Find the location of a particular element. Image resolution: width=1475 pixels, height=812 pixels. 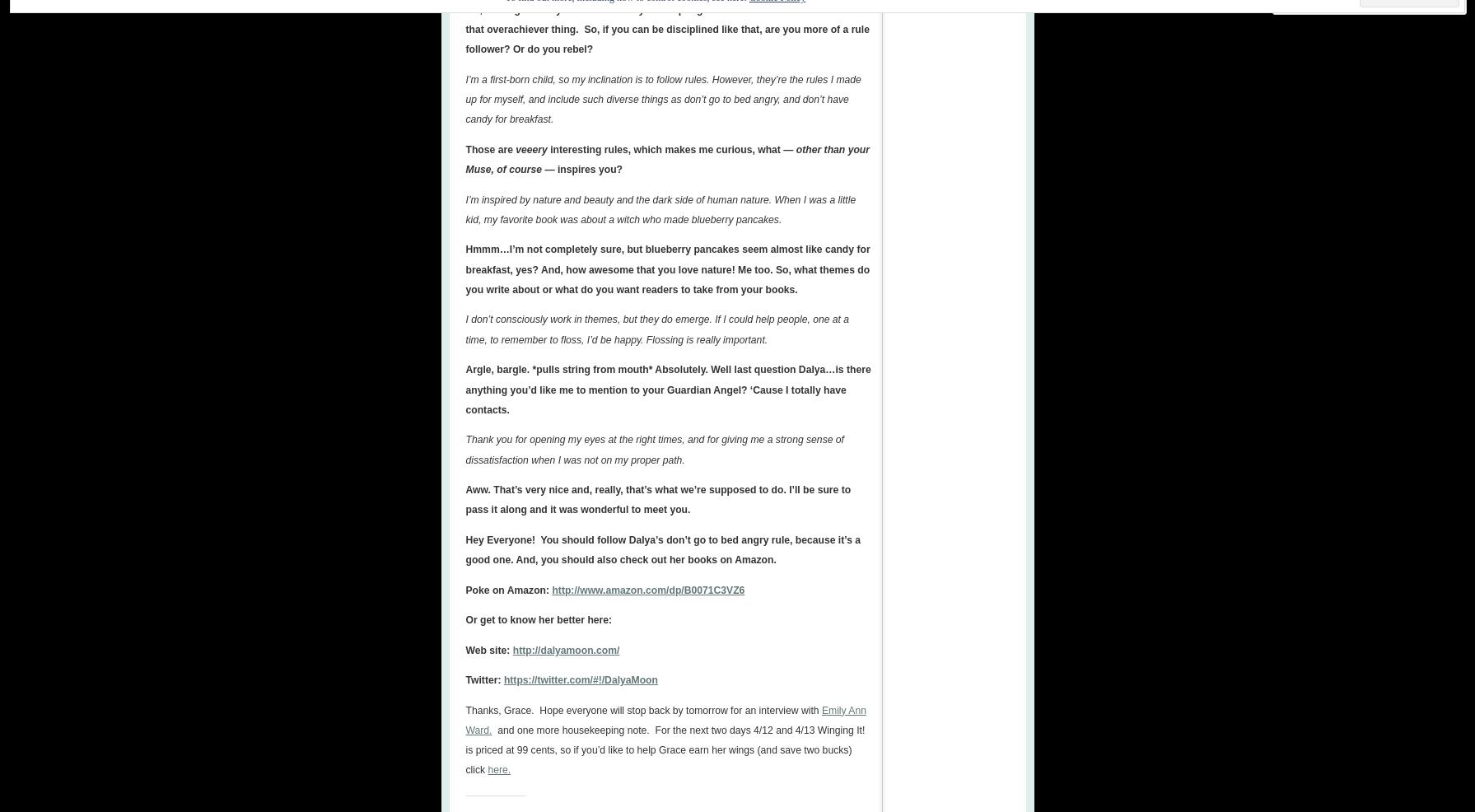

'http://dalyamoon.com/' is located at coordinates (566, 649).